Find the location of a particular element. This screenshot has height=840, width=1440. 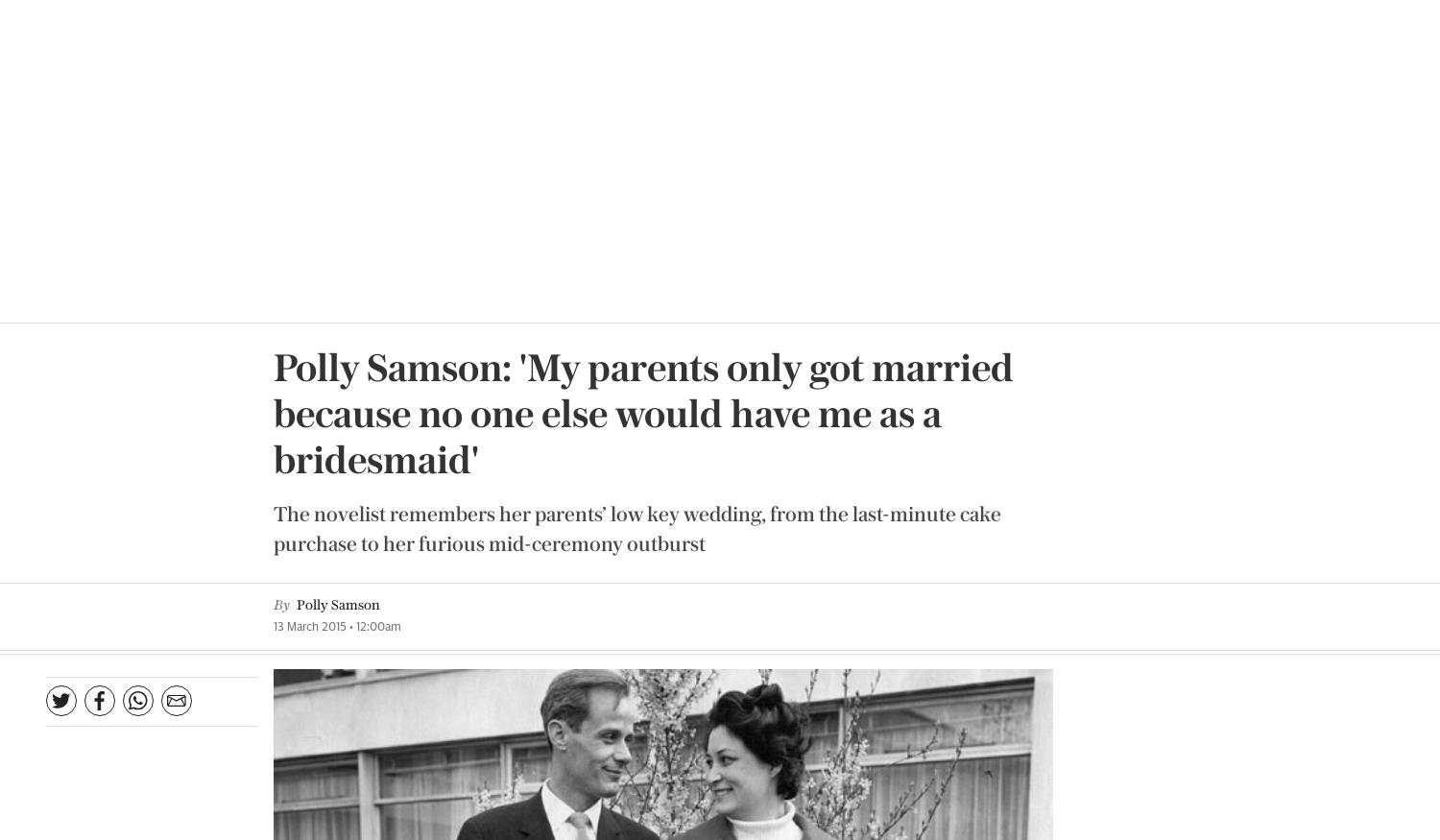

'Interview by Jessamy Calkin' is located at coordinates (748, 425).